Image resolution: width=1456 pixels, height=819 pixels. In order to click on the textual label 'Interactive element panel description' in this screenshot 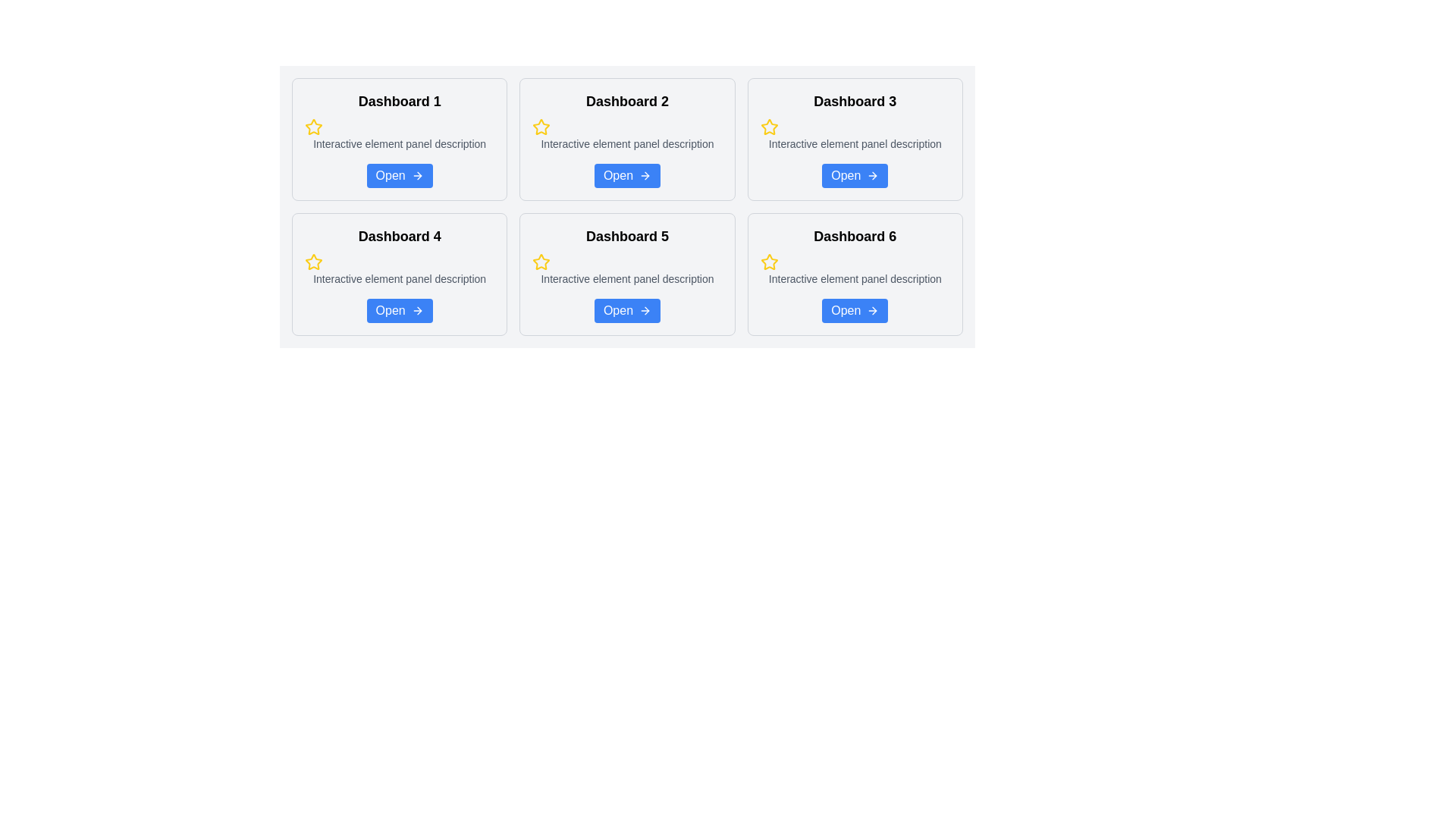, I will do `click(627, 143)`.